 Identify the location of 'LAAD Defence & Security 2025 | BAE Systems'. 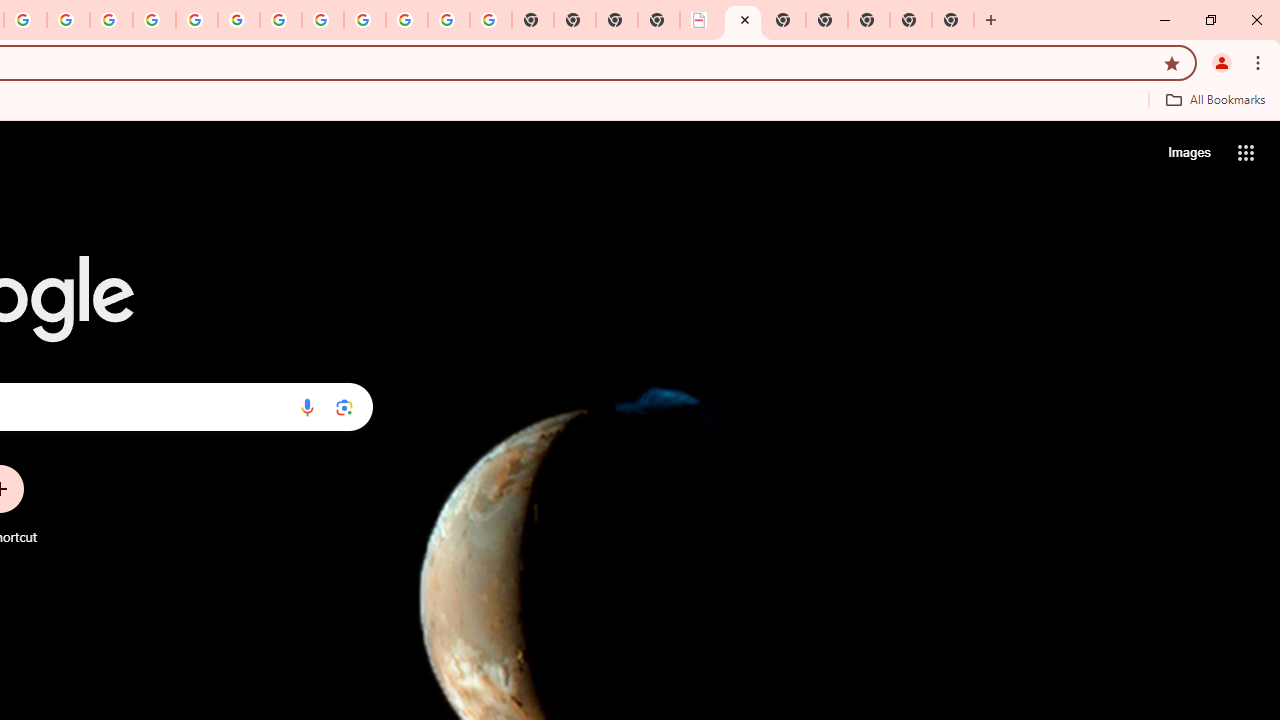
(700, 20).